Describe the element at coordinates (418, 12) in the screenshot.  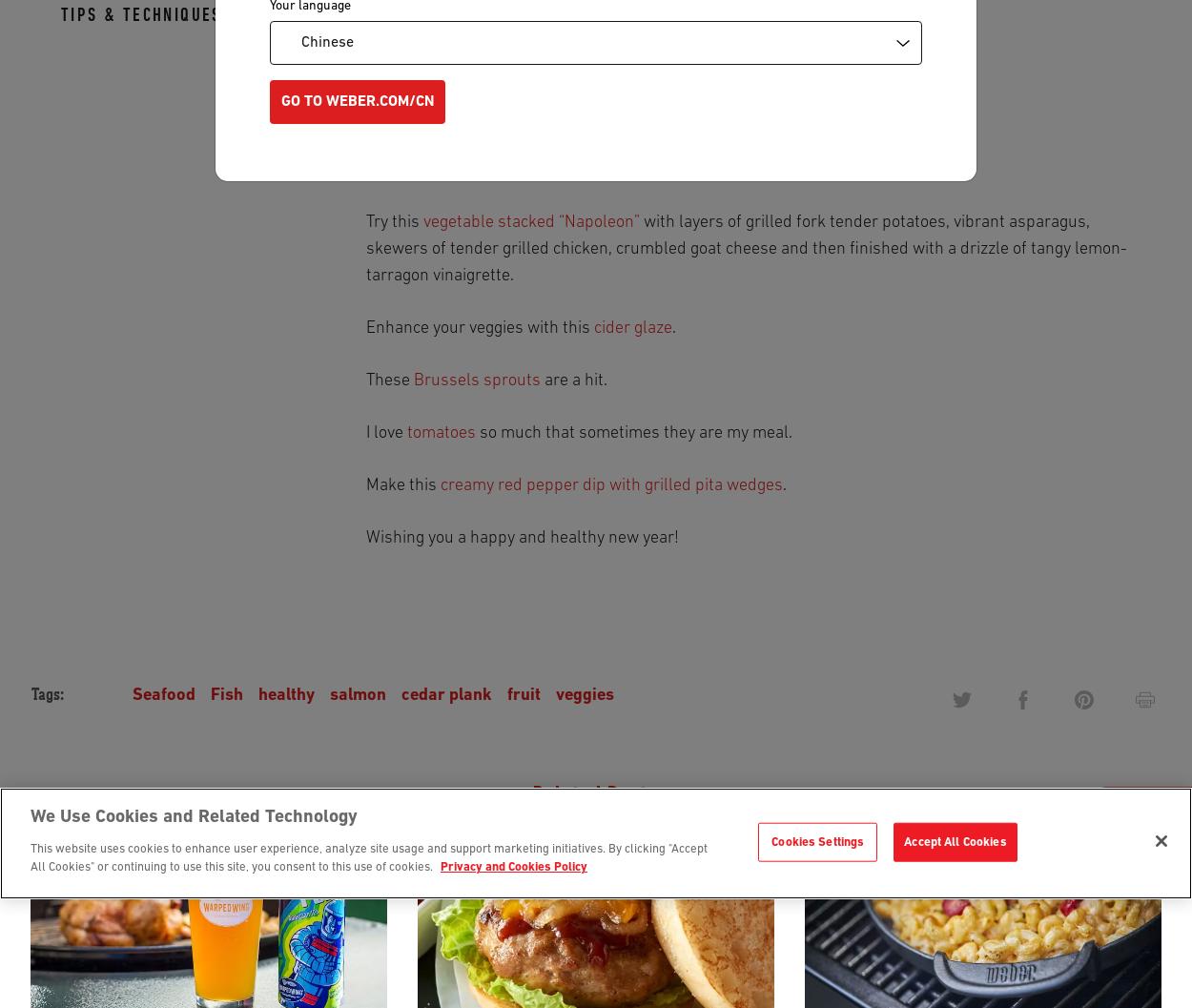
I see `'Or any type of'` at that location.